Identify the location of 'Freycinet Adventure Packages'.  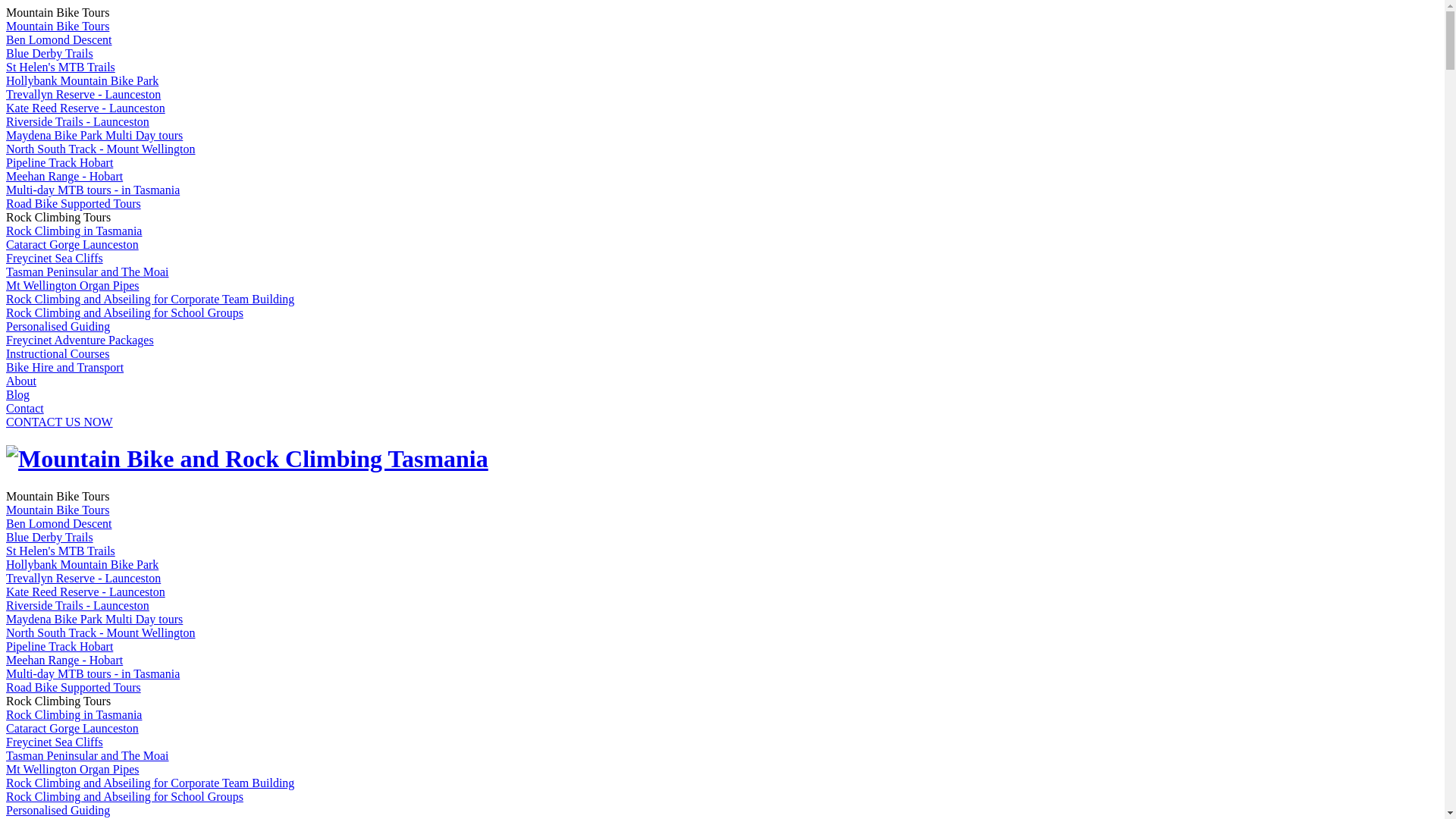
(79, 339).